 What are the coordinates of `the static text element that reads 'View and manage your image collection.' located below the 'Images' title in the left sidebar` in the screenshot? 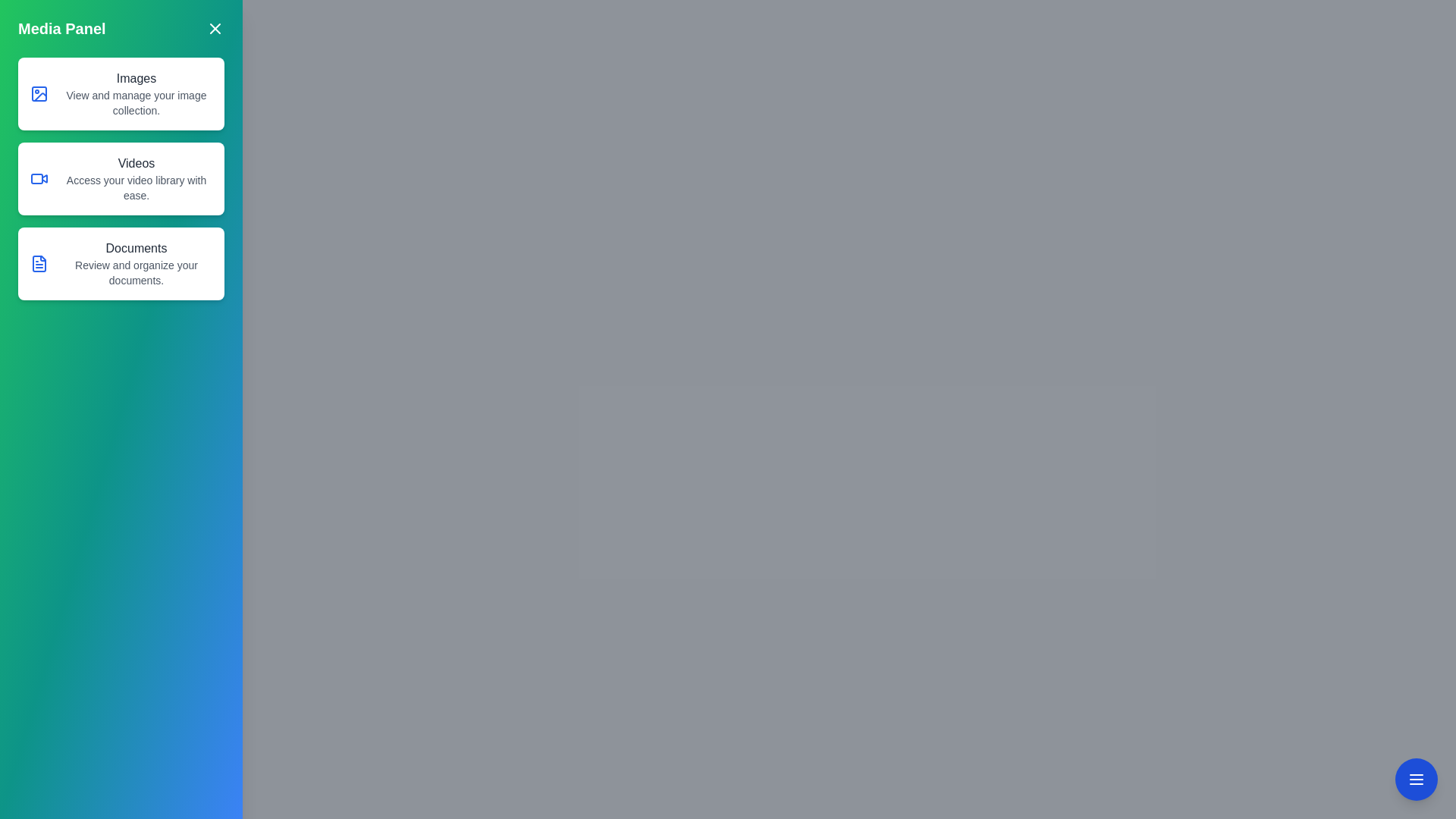 It's located at (136, 102).